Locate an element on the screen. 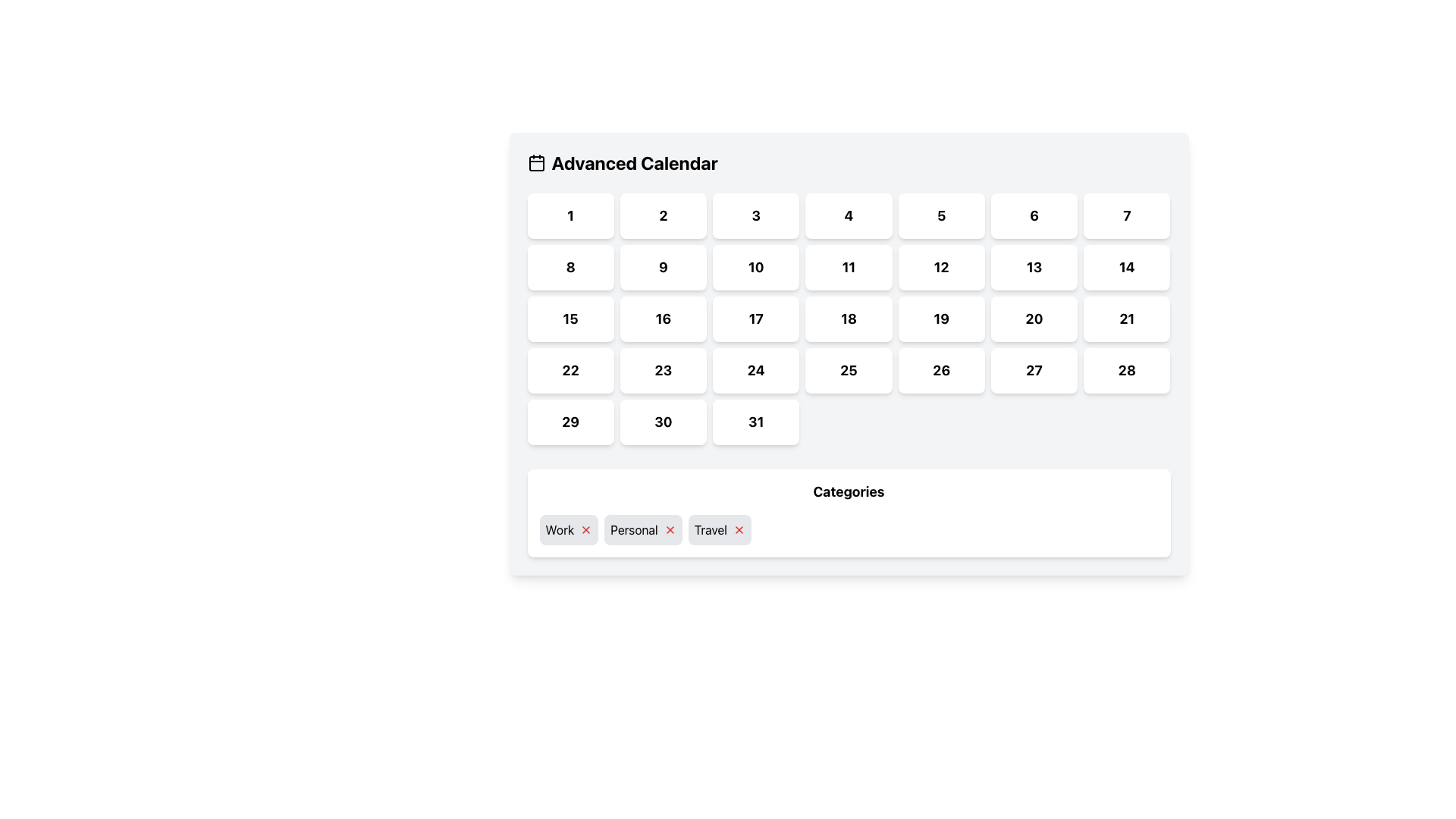 Image resolution: width=1456 pixels, height=819 pixels. the button representing the fourteenth day of the month in the calendar day selection grid is located at coordinates (1127, 267).